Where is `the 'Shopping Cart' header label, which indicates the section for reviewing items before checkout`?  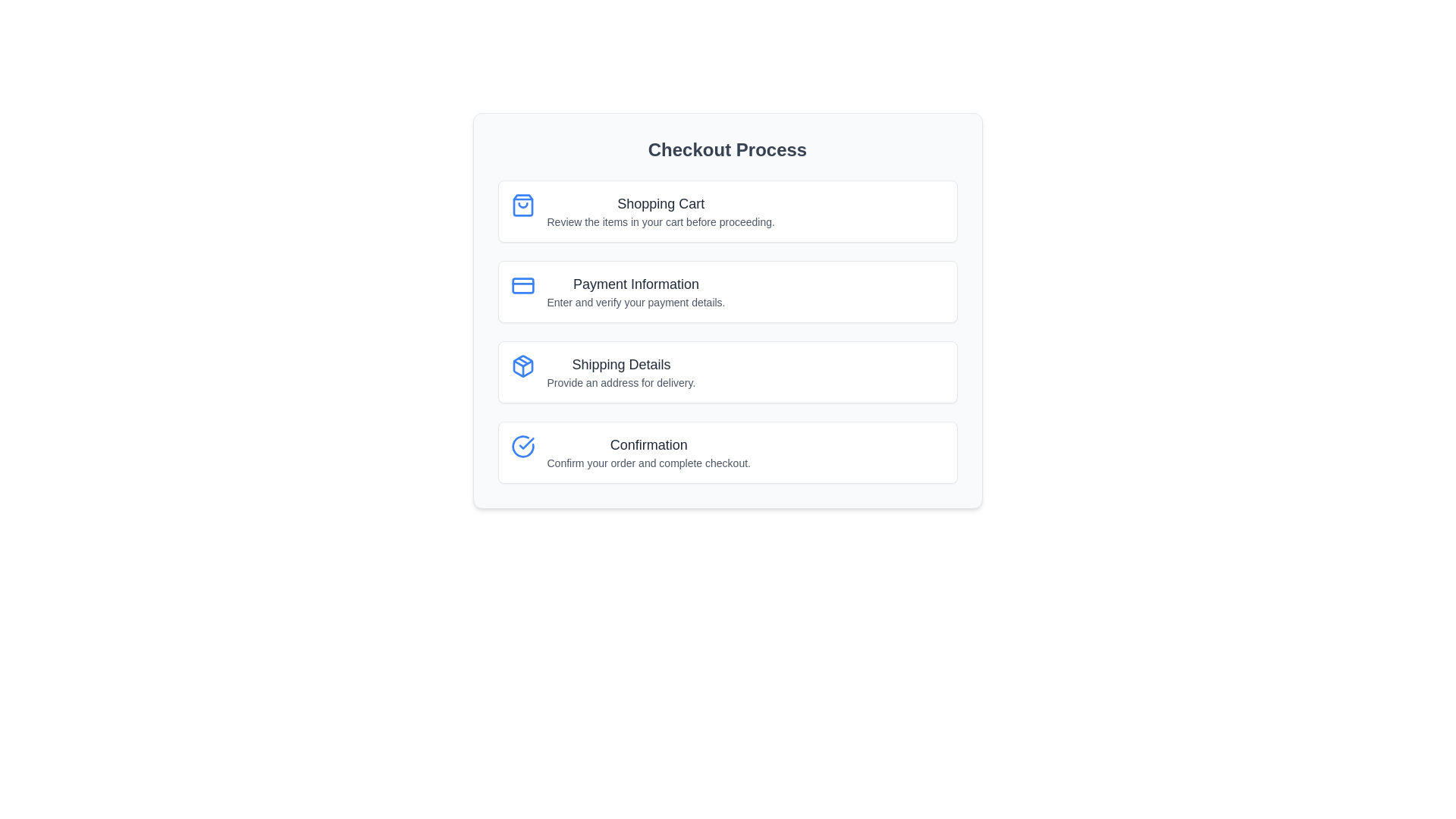 the 'Shopping Cart' header label, which indicates the section for reviewing items before checkout is located at coordinates (661, 203).